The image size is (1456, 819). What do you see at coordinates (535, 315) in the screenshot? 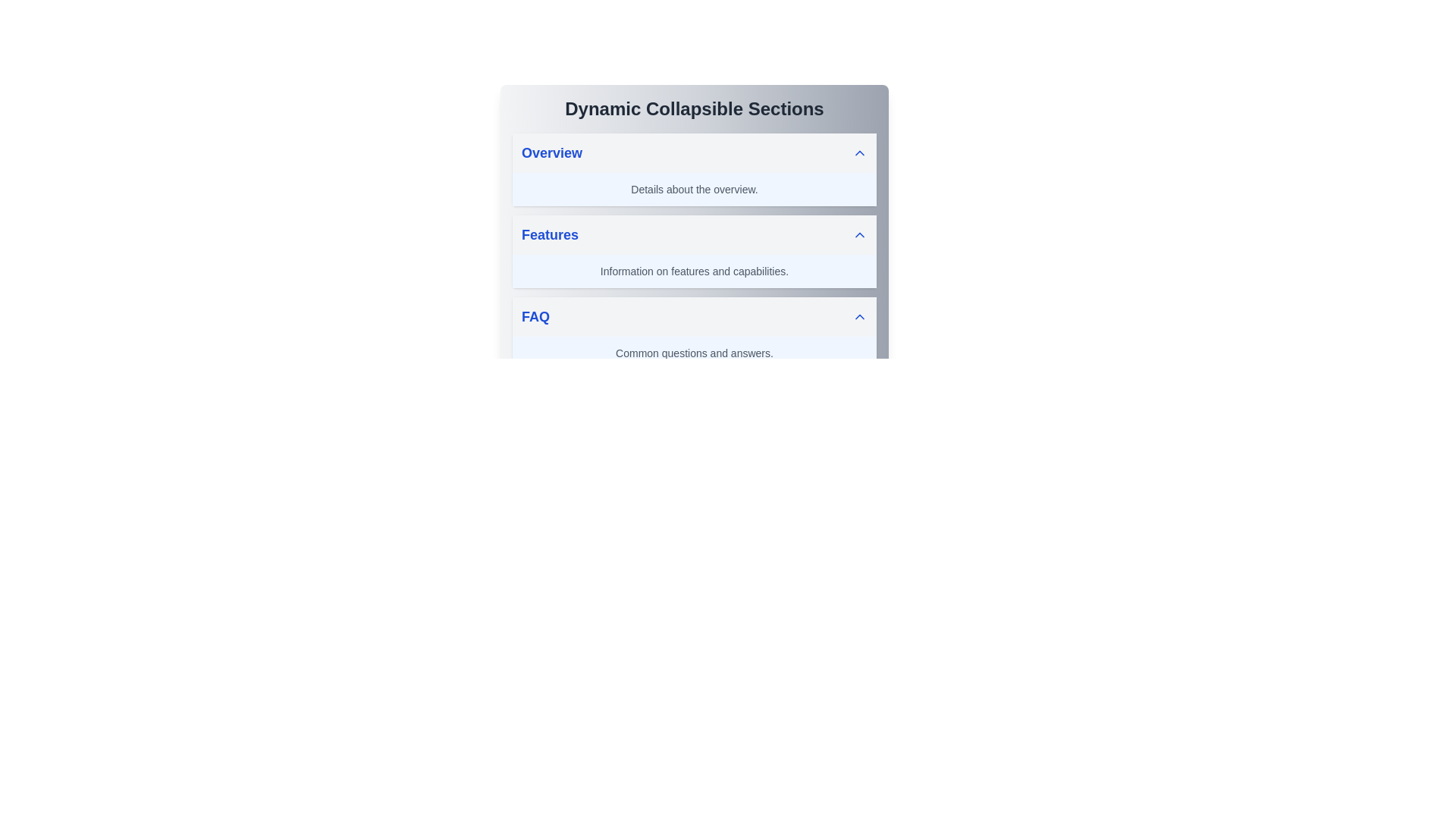
I see `the text label that serves as the title for the third collapsible section, located between the 'Features' section and its content description` at bounding box center [535, 315].